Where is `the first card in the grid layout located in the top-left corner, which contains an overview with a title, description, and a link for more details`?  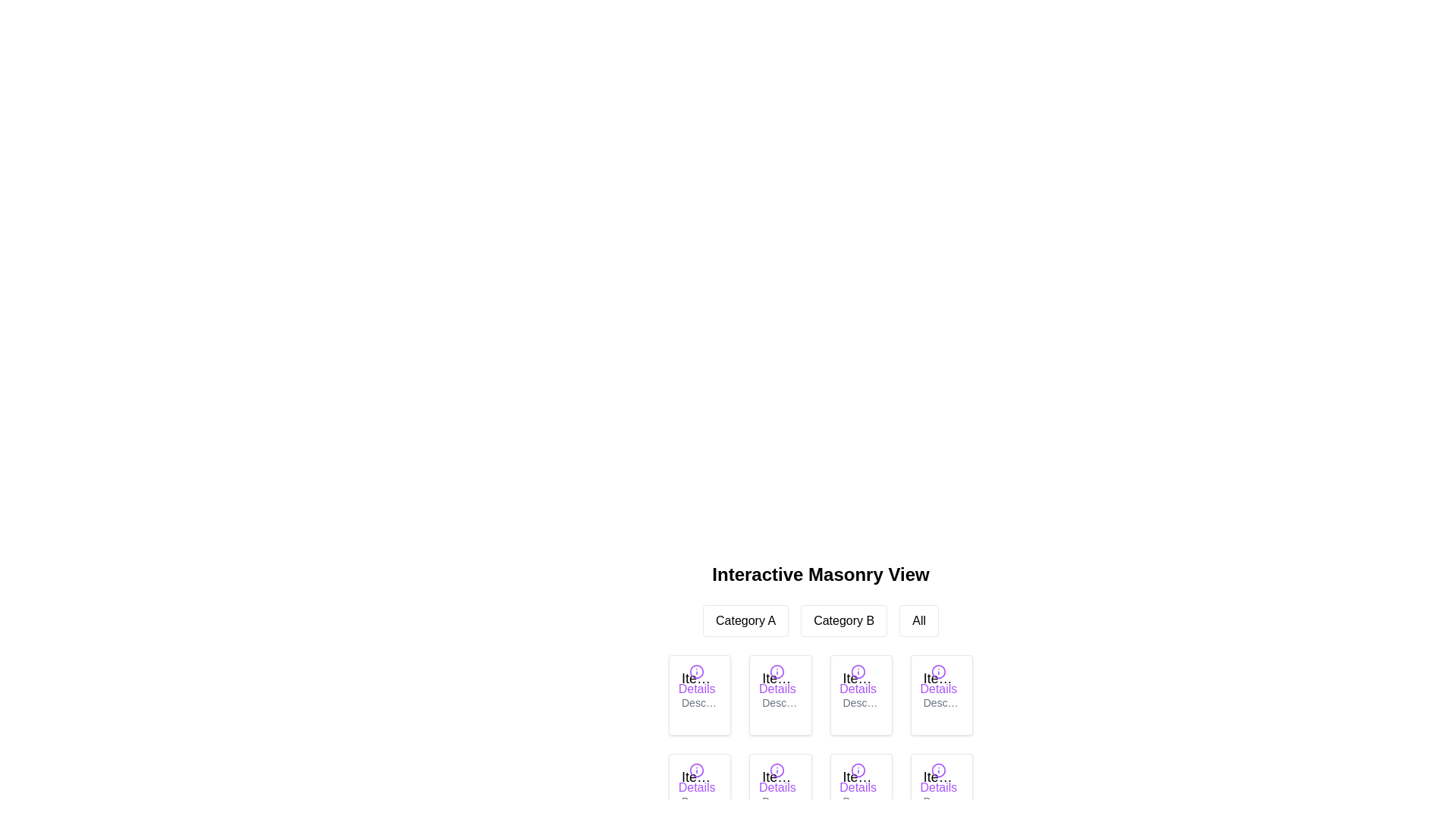 the first card in the grid layout located in the top-left corner, which contains an overview with a title, description, and a link for more details is located at coordinates (699, 695).